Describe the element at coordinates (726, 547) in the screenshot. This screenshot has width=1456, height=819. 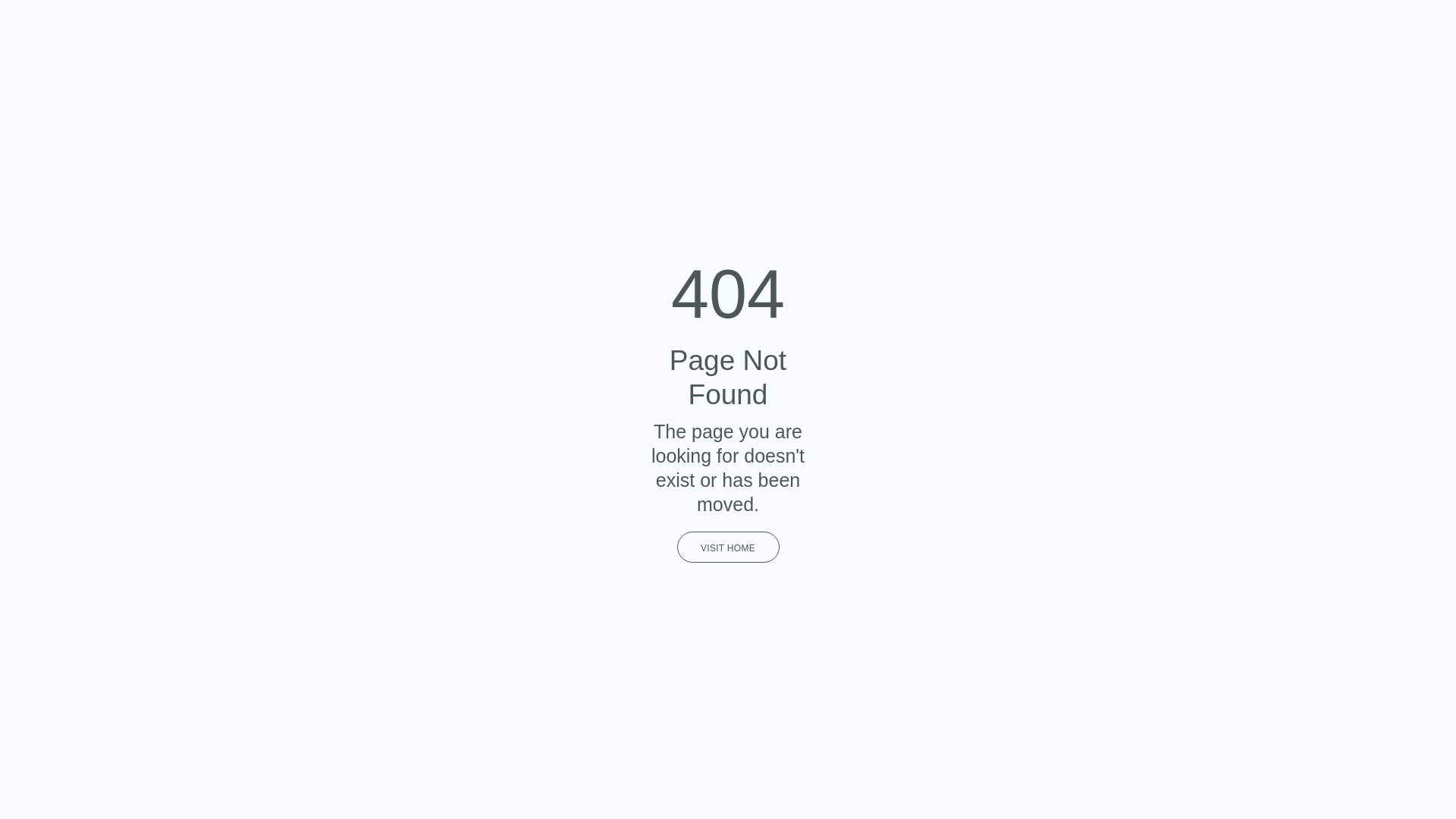
I see `'VISIT HOME'` at that location.